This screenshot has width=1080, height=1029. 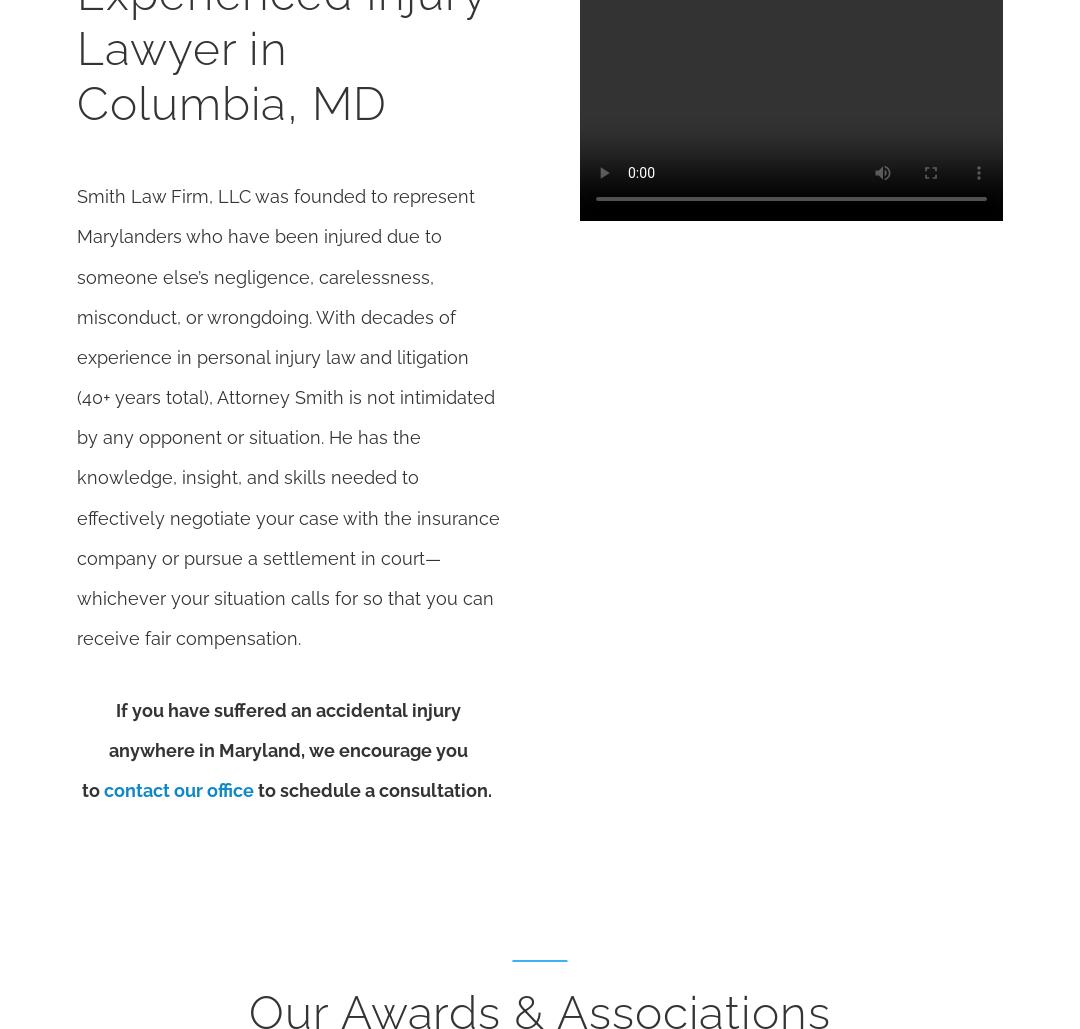 I want to click on 'Quick Links', so click(x=407, y=168).